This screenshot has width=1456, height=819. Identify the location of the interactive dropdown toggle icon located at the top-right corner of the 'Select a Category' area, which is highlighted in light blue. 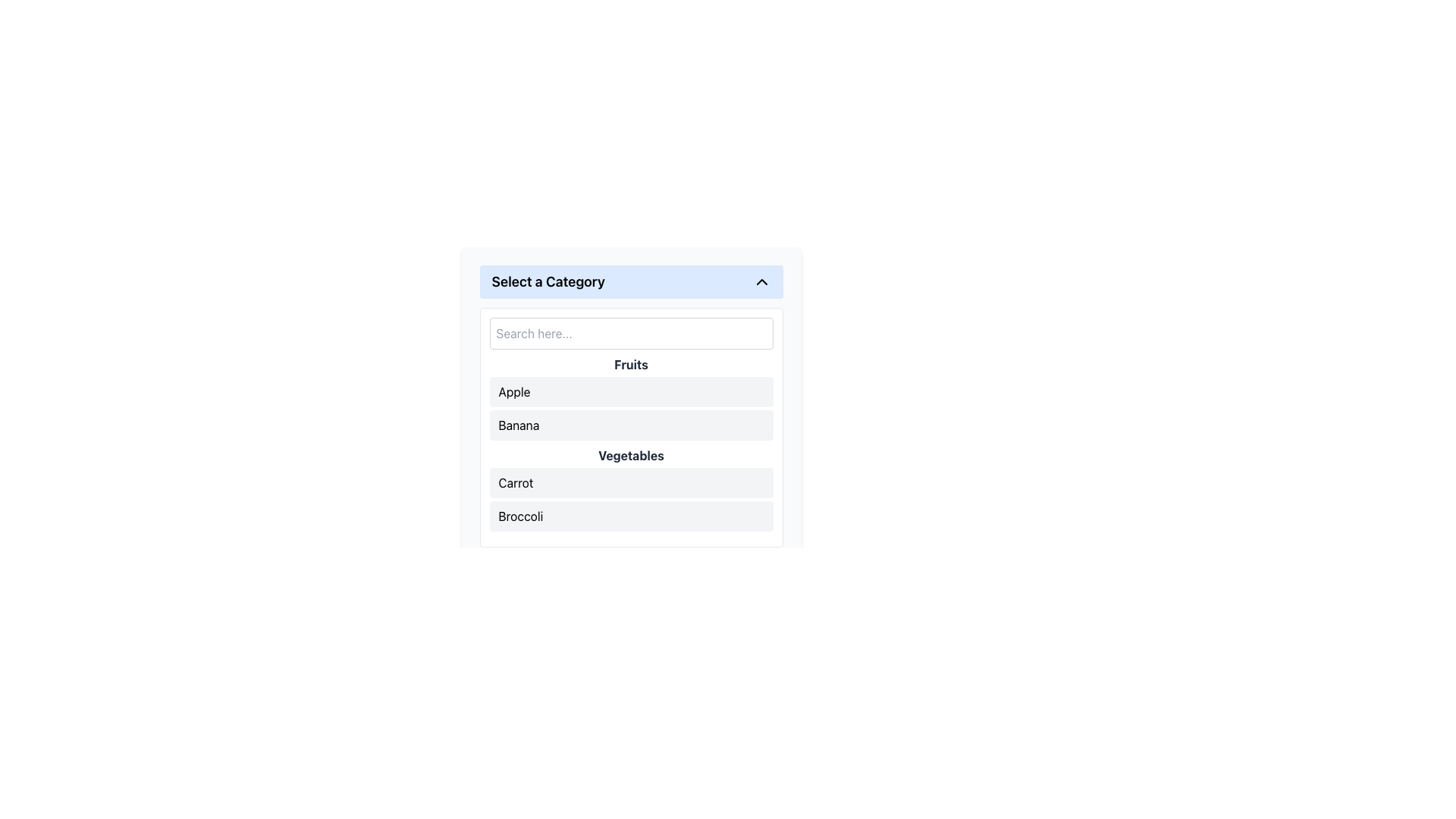
(761, 281).